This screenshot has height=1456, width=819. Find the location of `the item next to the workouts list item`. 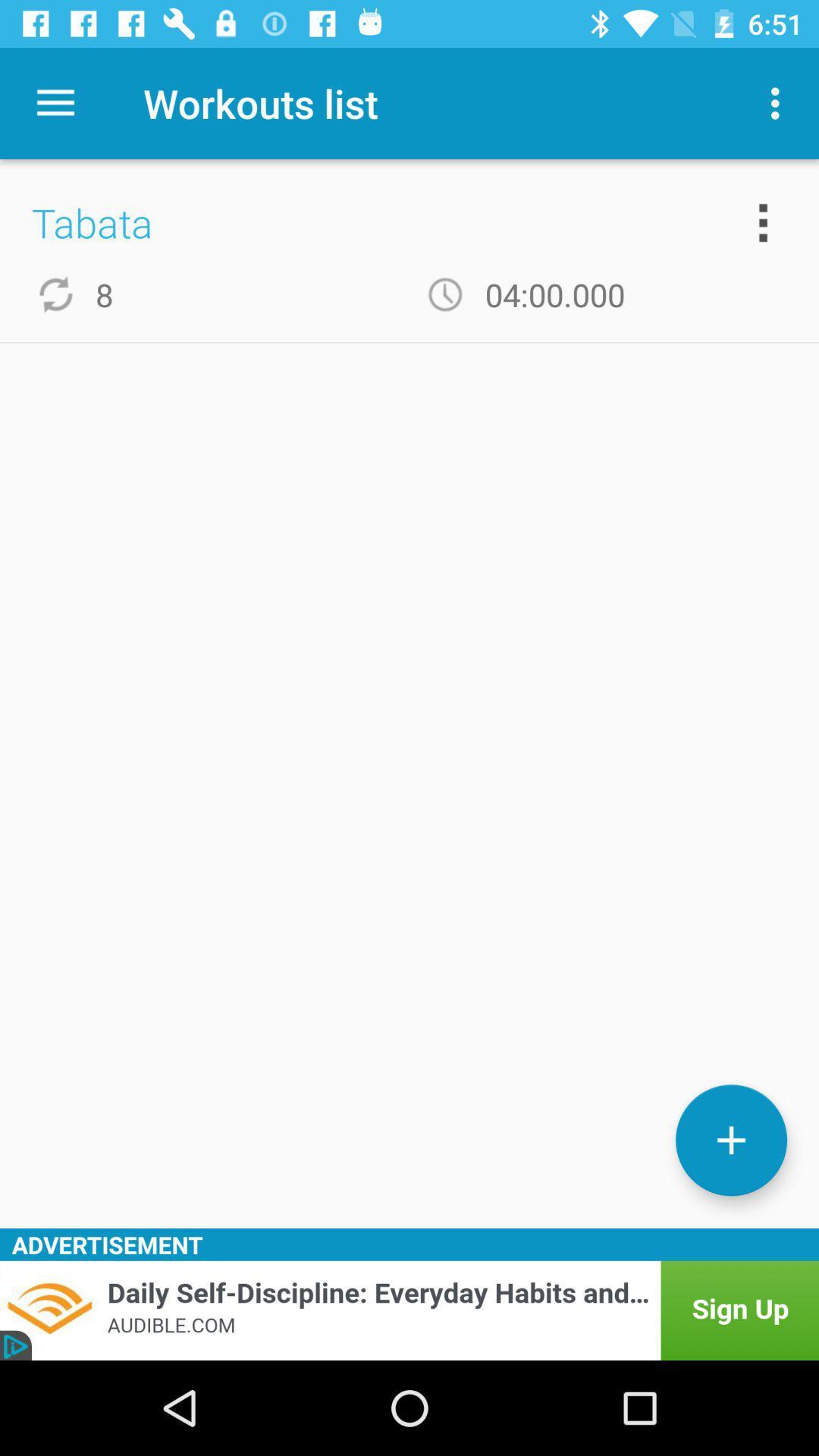

the item next to the workouts list item is located at coordinates (779, 102).